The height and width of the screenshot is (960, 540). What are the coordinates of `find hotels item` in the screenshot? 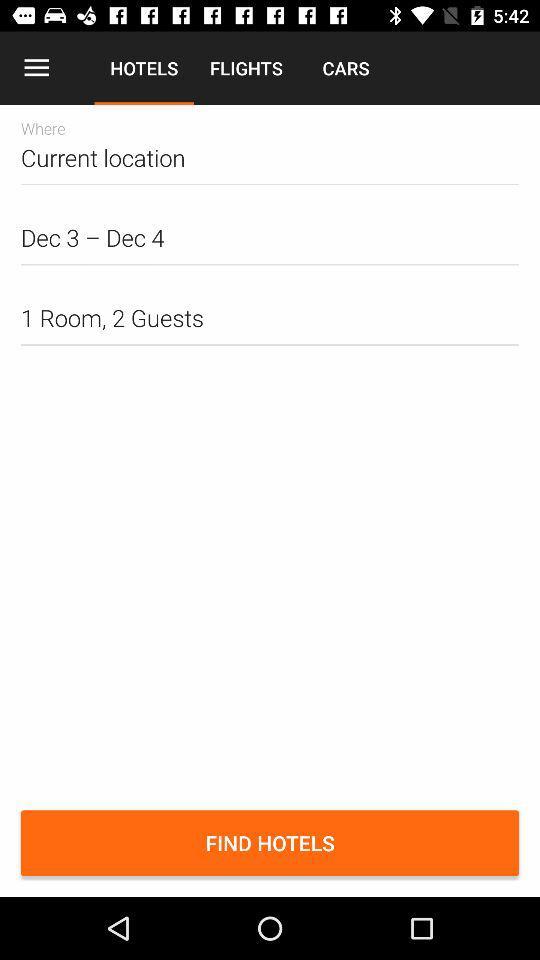 It's located at (270, 842).